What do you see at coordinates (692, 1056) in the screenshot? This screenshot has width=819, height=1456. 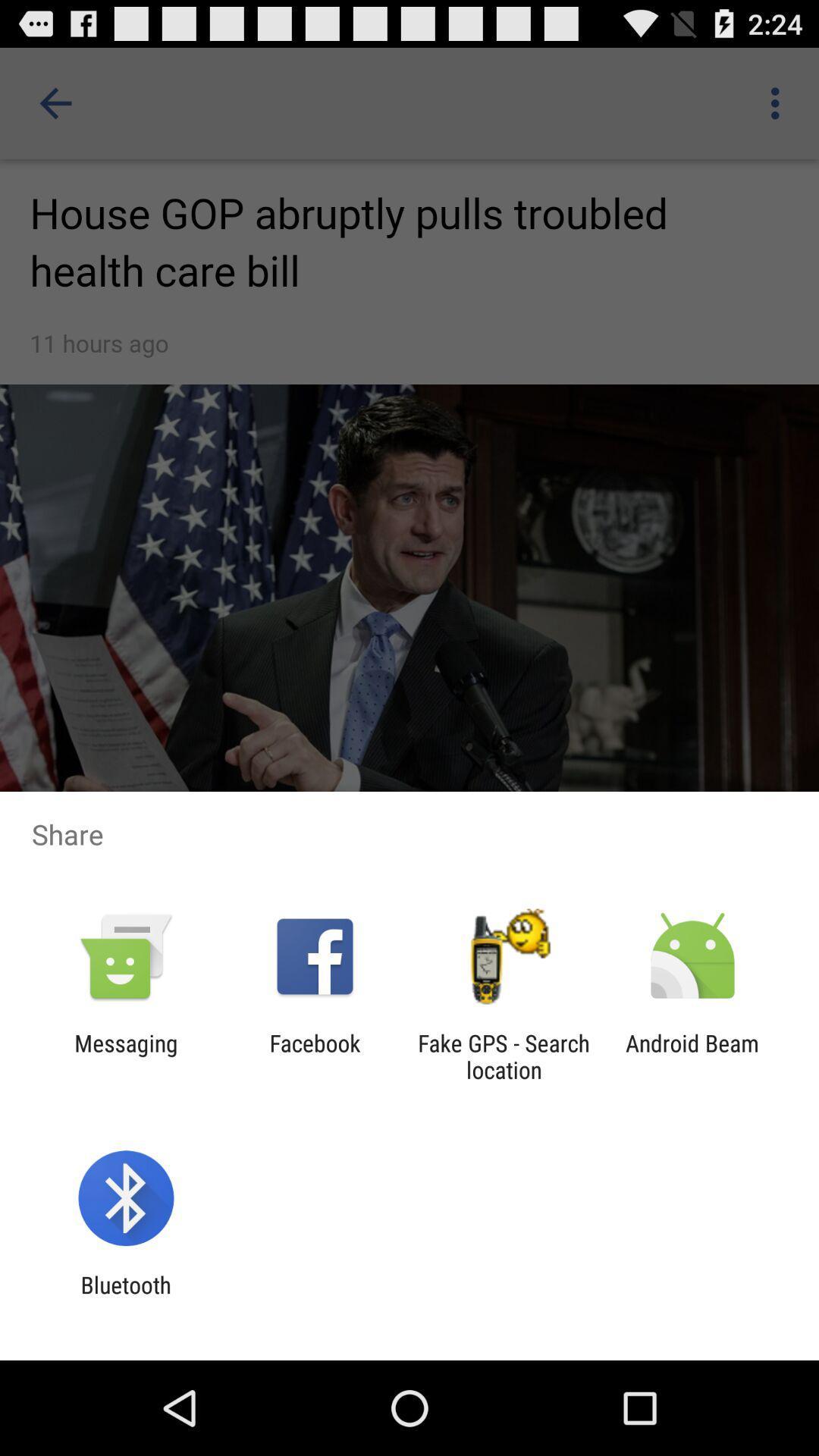 I see `icon at the bottom right corner` at bounding box center [692, 1056].